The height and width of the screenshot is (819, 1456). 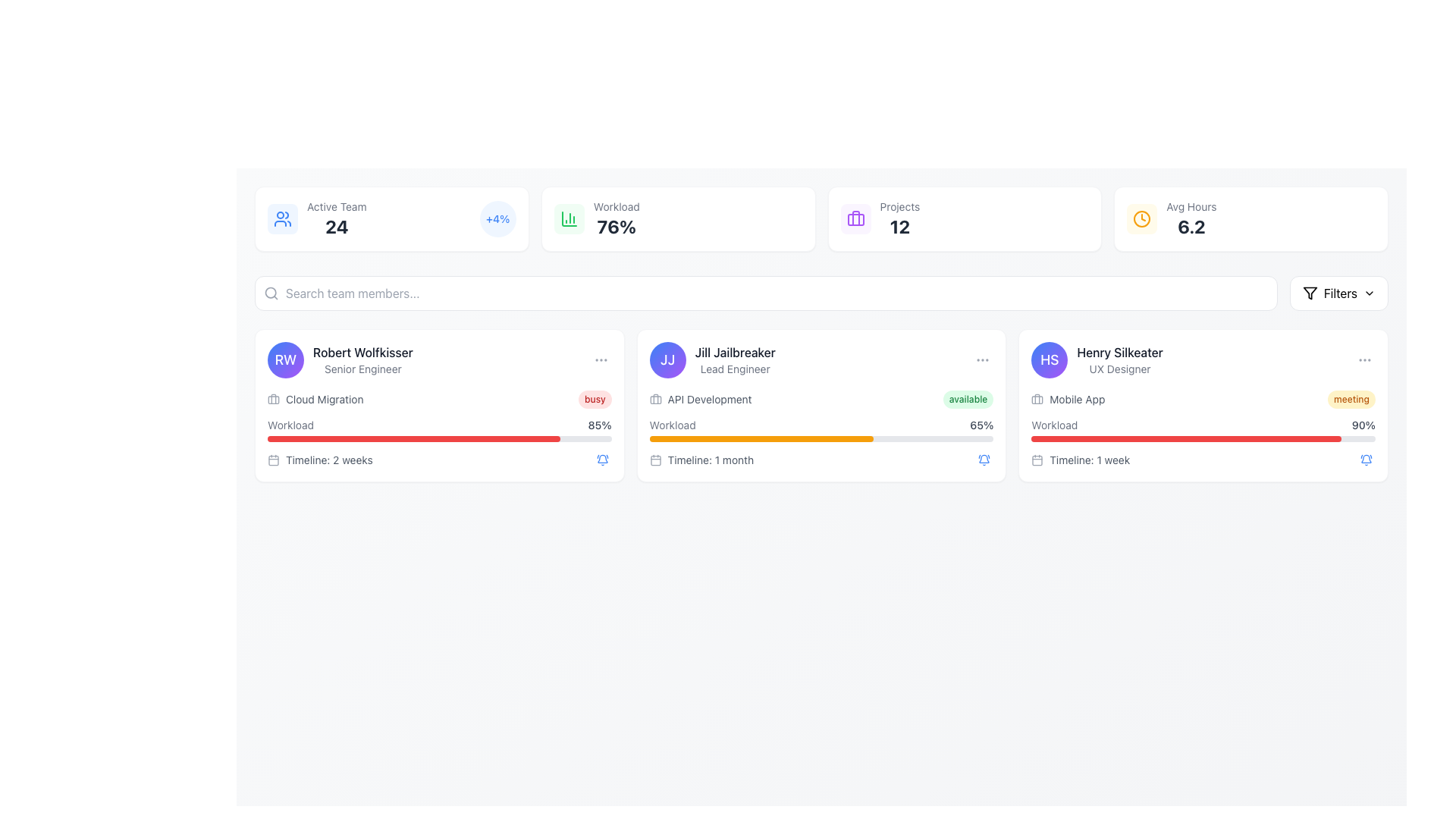 I want to click on the Informational card displaying the workload metric of '76%', which is the second card in a row of four cards, located between the 'Active Team' card and the 'Projects' card, so click(x=677, y=219).